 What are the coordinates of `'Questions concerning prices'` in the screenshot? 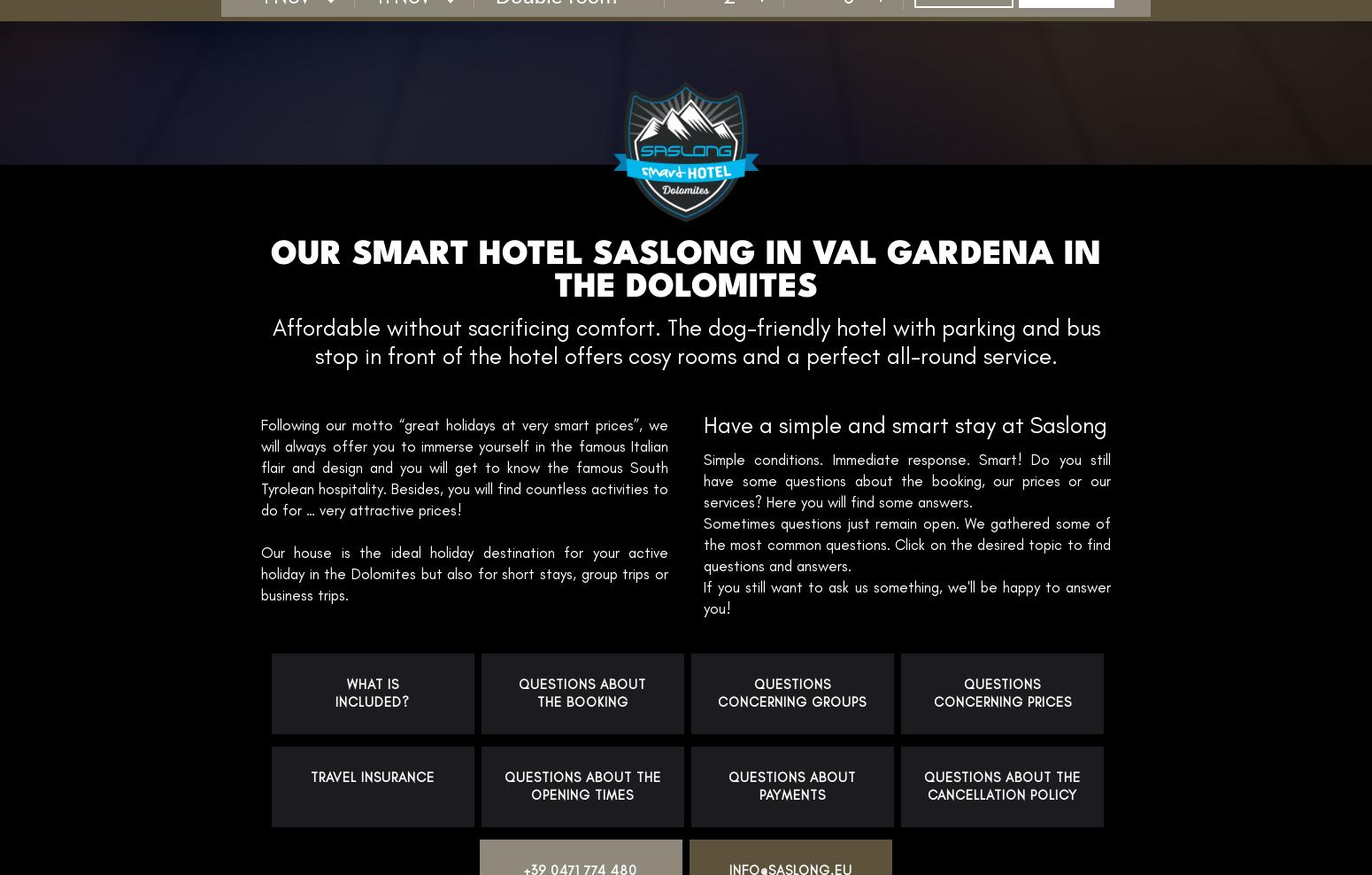 It's located at (1000, 692).